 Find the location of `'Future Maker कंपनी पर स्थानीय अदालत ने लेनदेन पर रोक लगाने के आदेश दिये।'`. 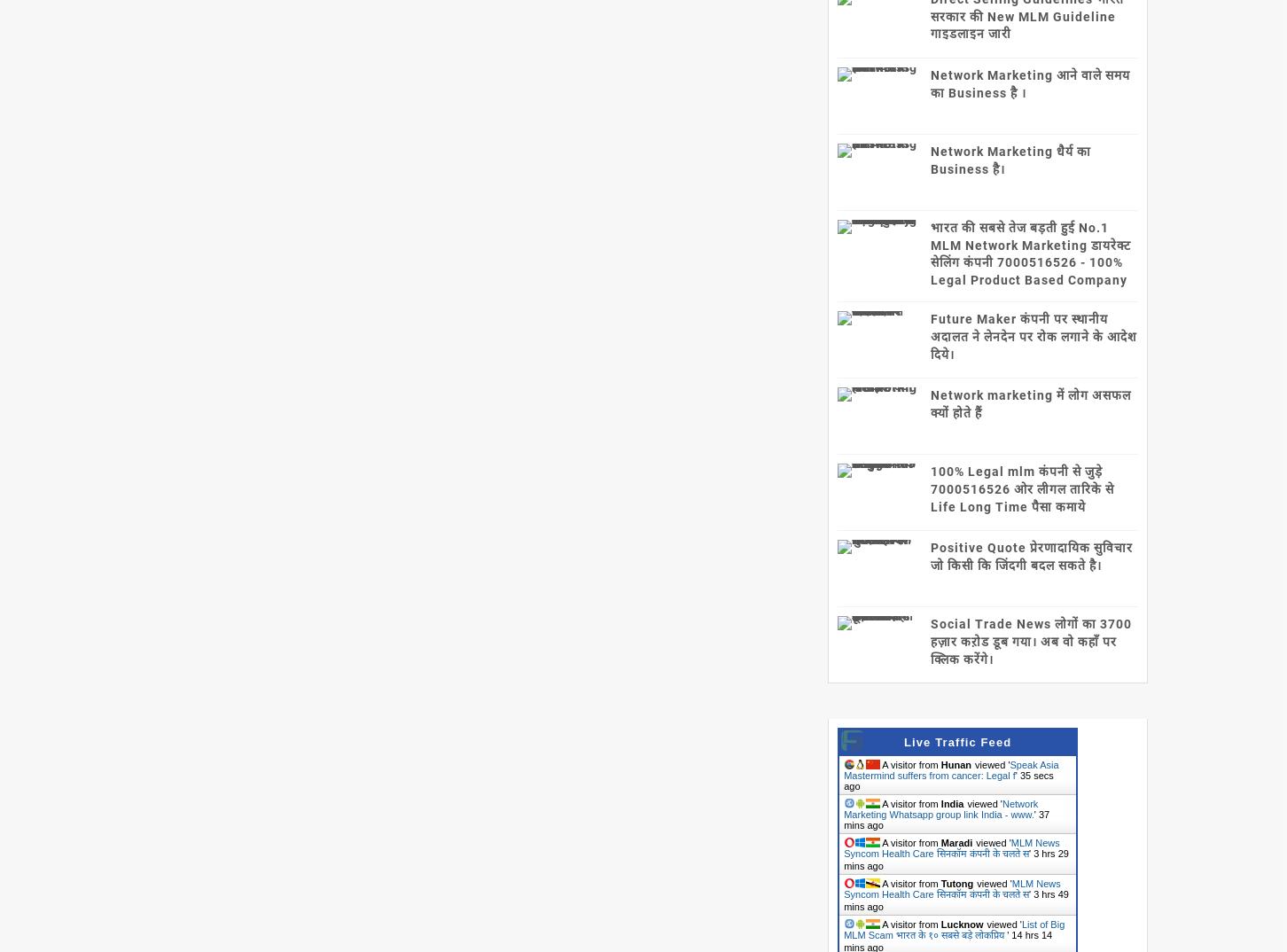

'Future Maker कंपनी पर स्थानीय अदालत ने लेनदेन पर रोक लगाने के आदेश दिये।' is located at coordinates (1033, 336).